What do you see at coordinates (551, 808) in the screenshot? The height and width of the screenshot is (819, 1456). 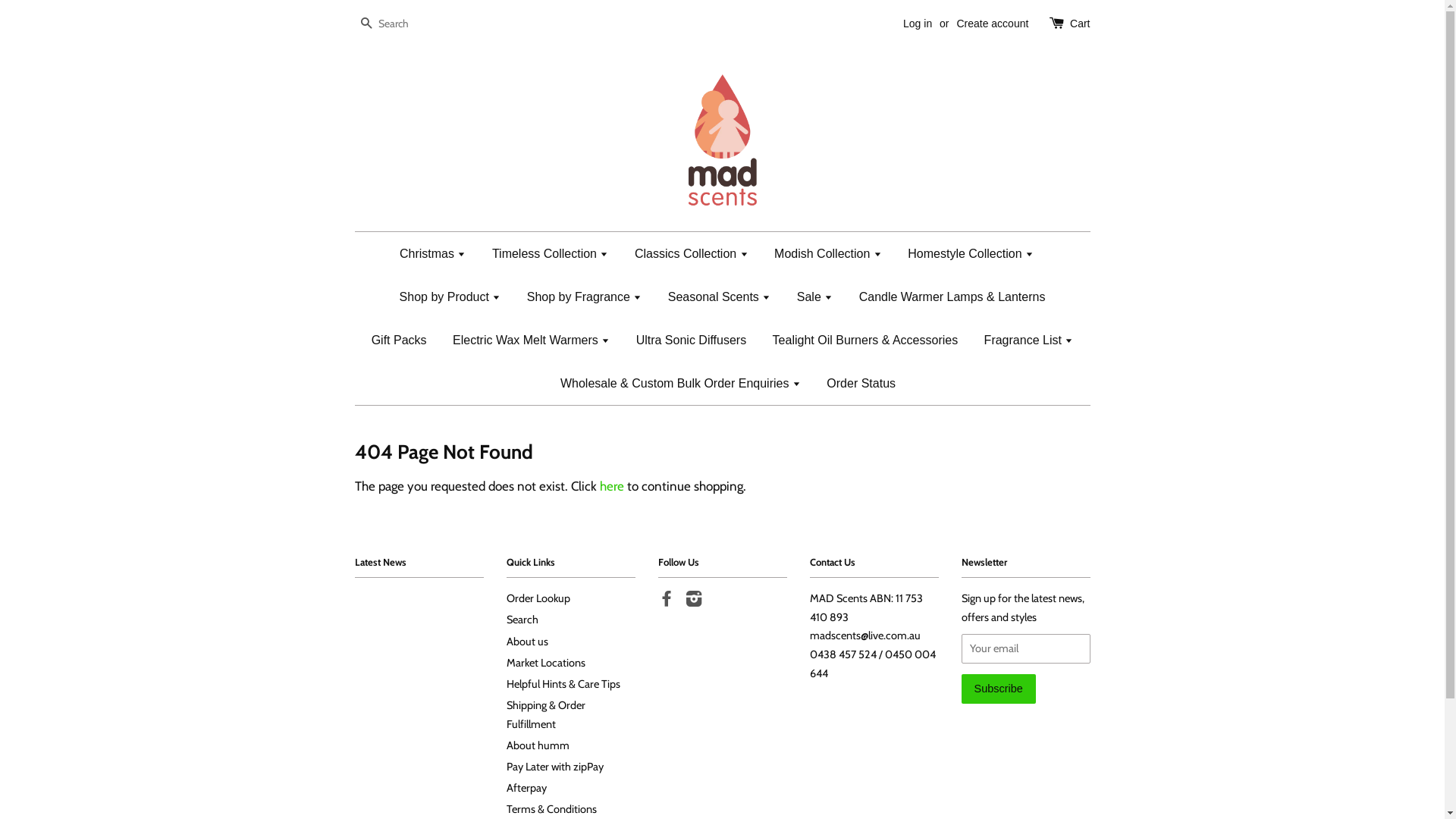 I see `'Terms & Conditions'` at bounding box center [551, 808].